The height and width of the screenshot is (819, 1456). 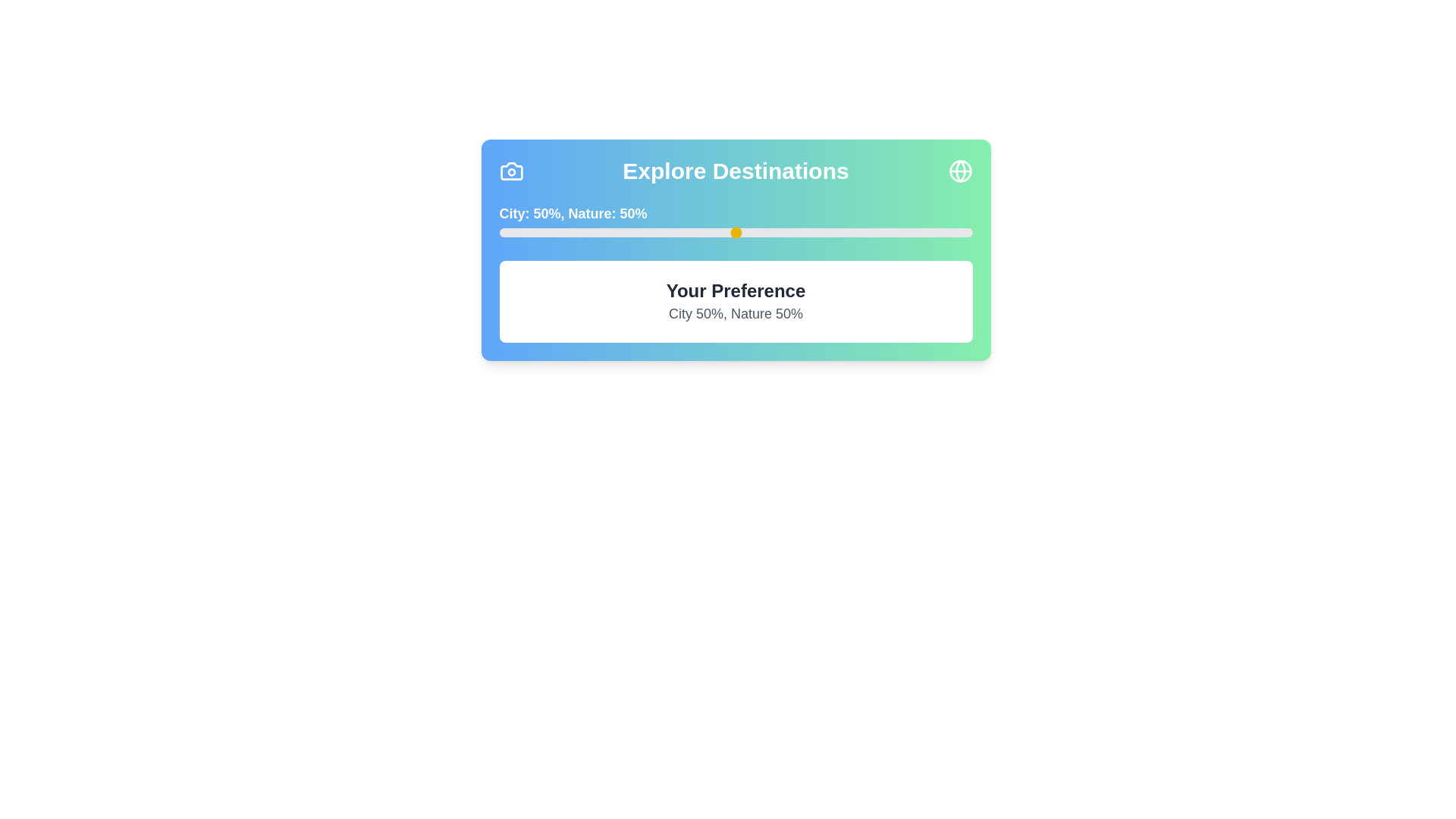 What do you see at coordinates (511, 171) in the screenshot?
I see `the Camera icon to trigger its associated functionality` at bounding box center [511, 171].